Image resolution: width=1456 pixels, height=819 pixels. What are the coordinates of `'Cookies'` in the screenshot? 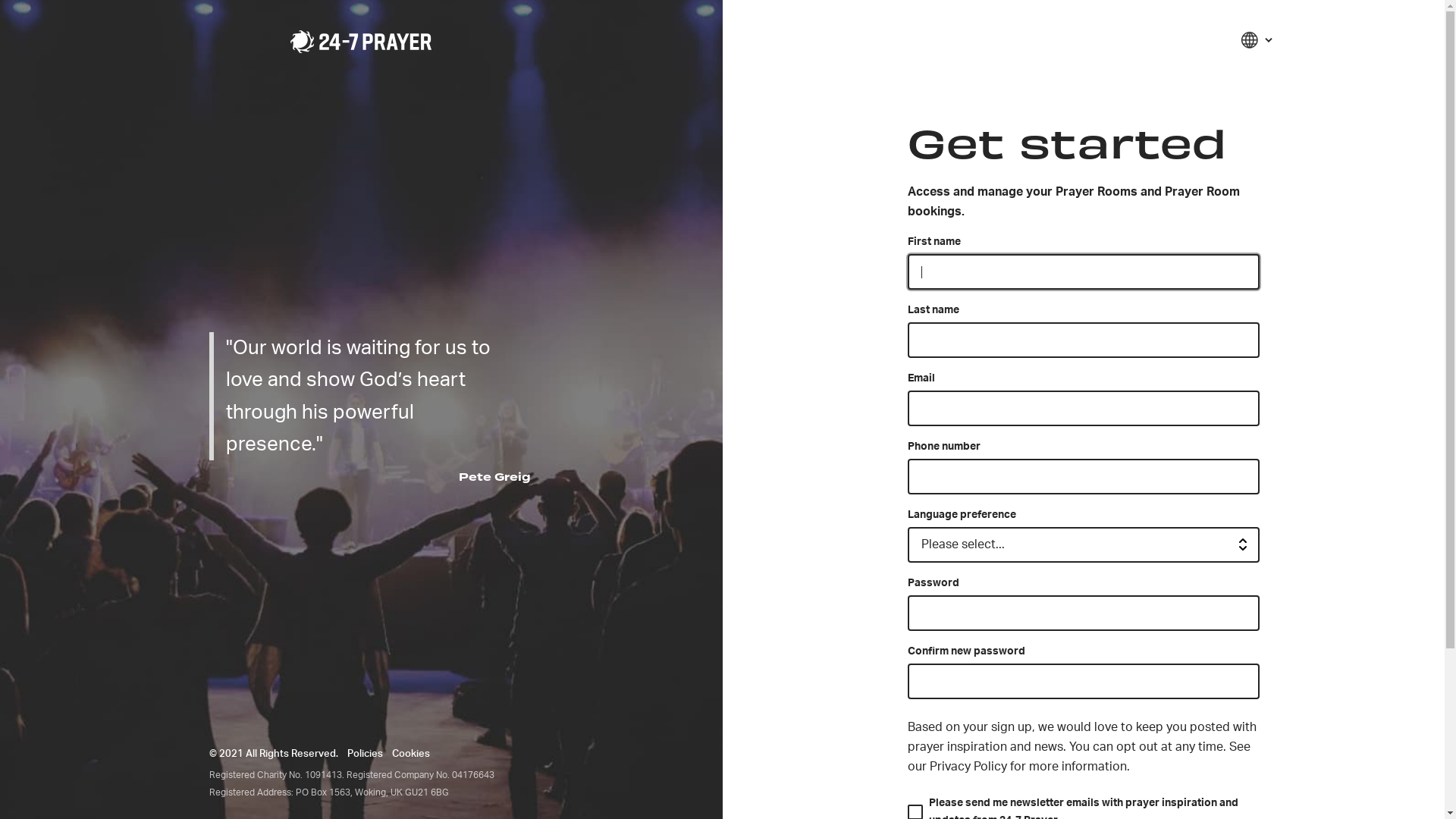 It's located at (392, 754).